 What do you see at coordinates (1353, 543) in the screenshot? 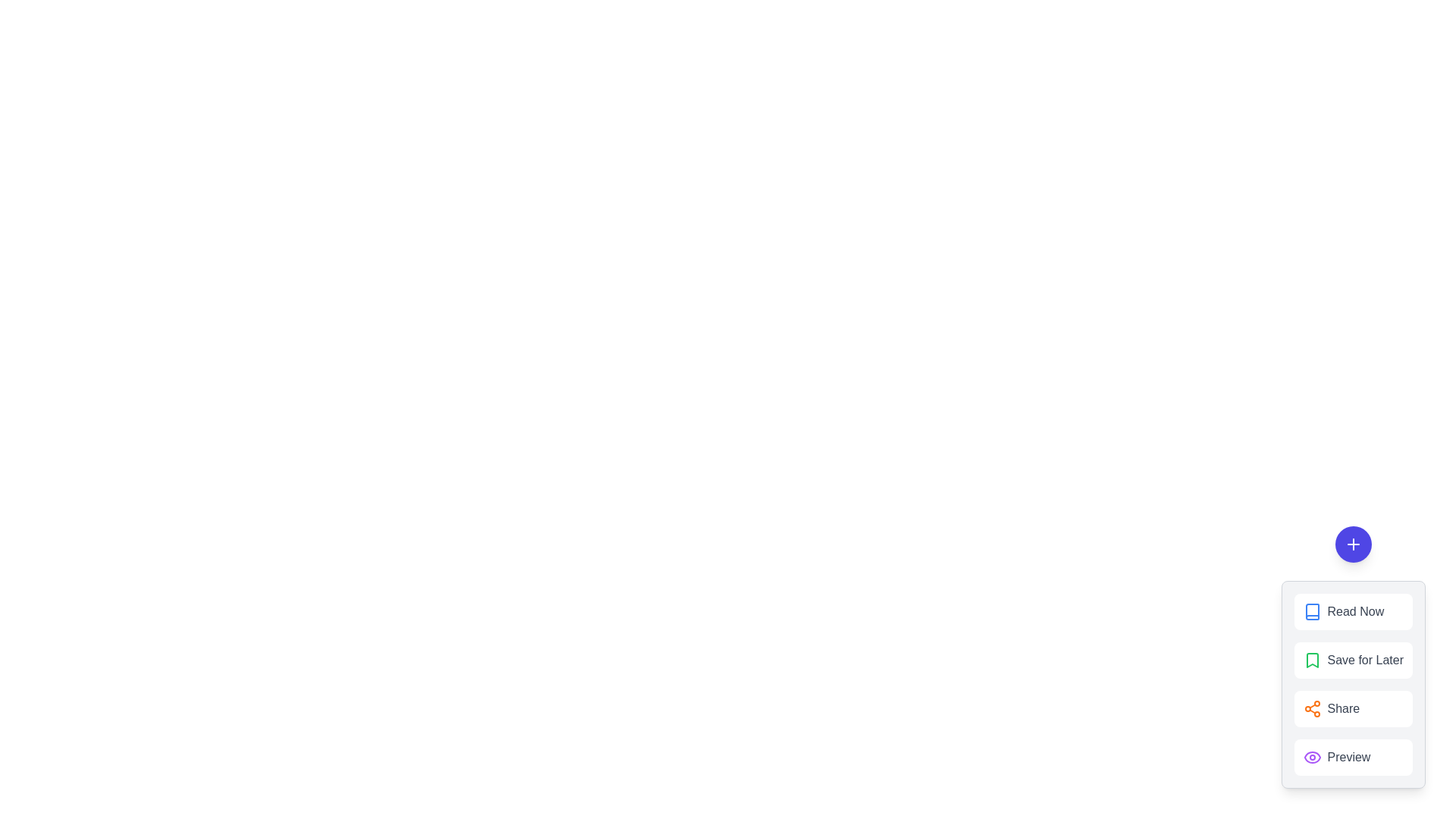
I see `the toggle button to open or close the speed dial menu` at bounding box center [1353, 543].